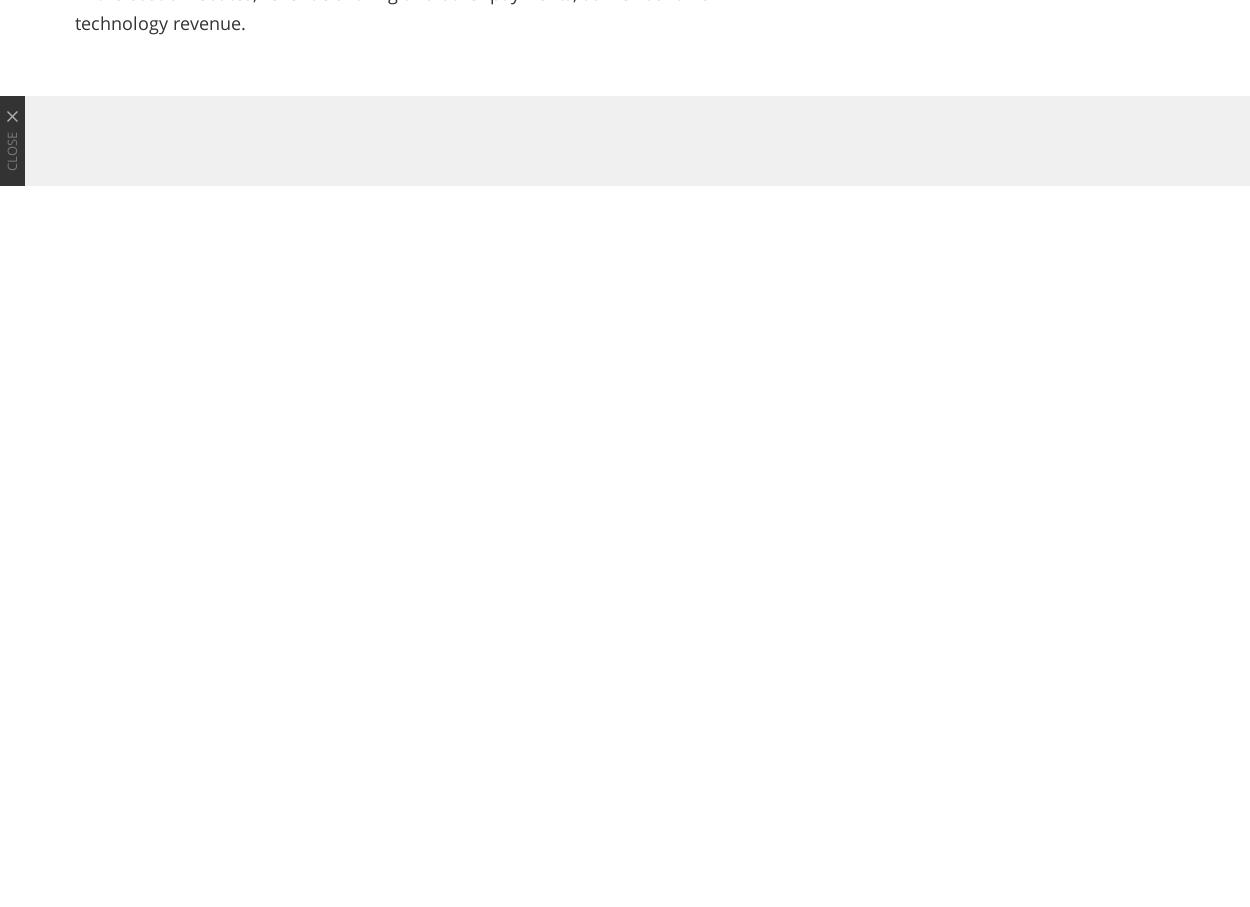 Image resolution: width=1250 pixels, height=907 pixels. I want to click on 'Back-to-School Season Means Gearing Up for More e-Learning and Working From Home', so click(754, 799).